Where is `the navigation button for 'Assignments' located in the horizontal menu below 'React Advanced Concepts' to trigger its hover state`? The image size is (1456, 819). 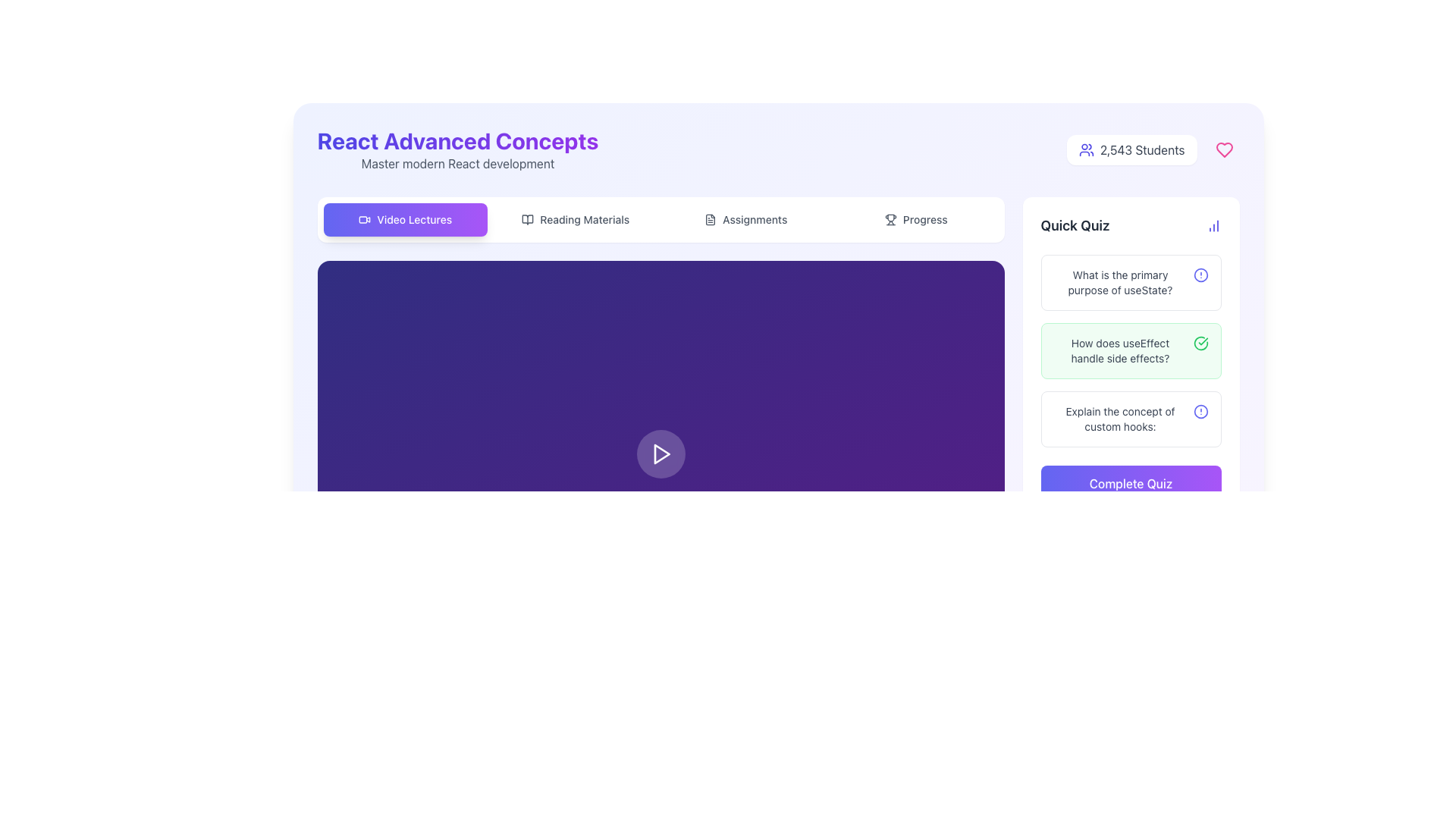
the navigation button for 'Assignments' located in the horizontal menu below 'React Advanced Concepts' to trigger its hover state is located at coordinates (745, 219).